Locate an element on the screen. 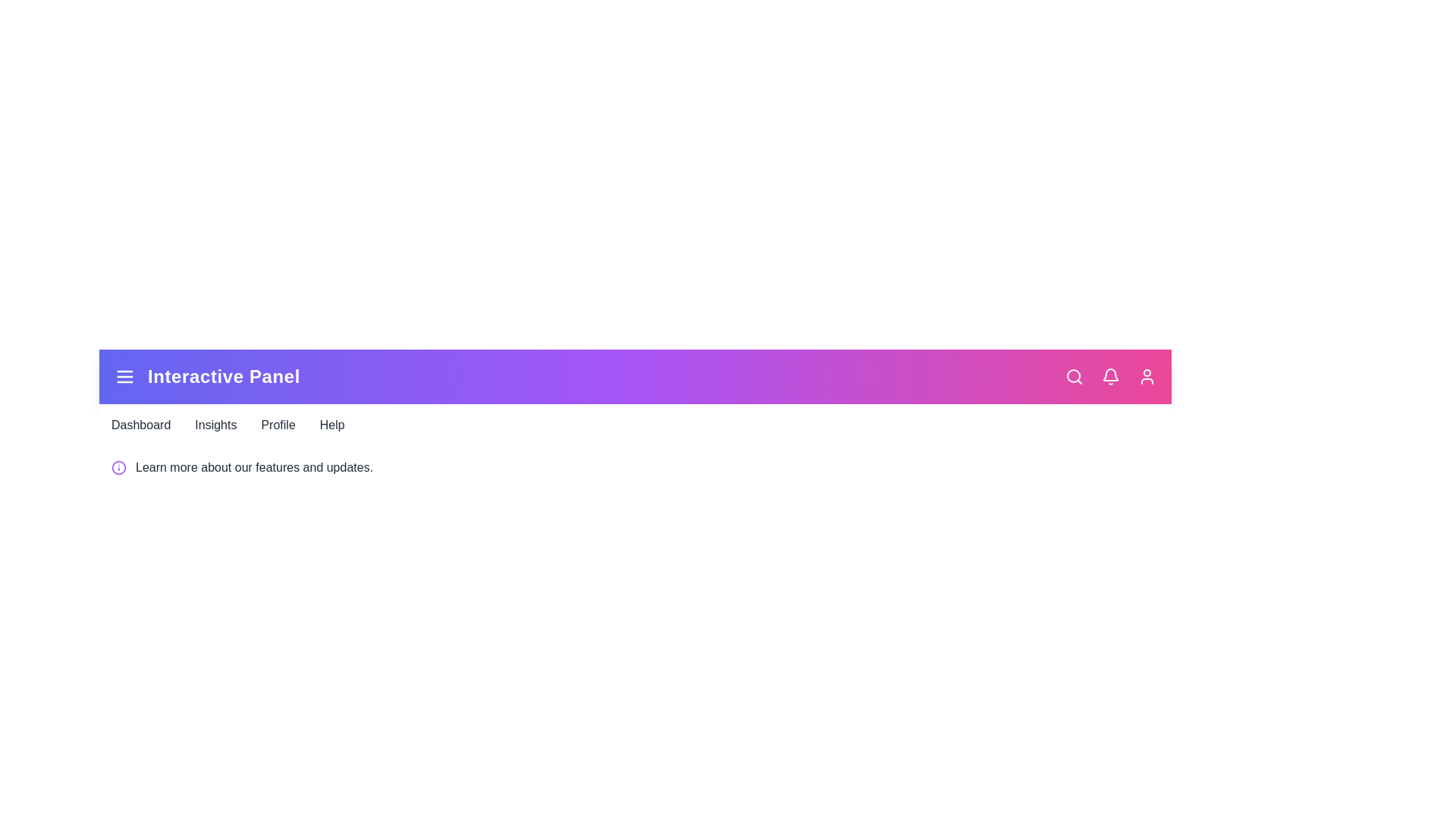 The width and height of the screenshot is (1456, 819). the app bar title to trigger its associated action is located at coordinates (222, 376).